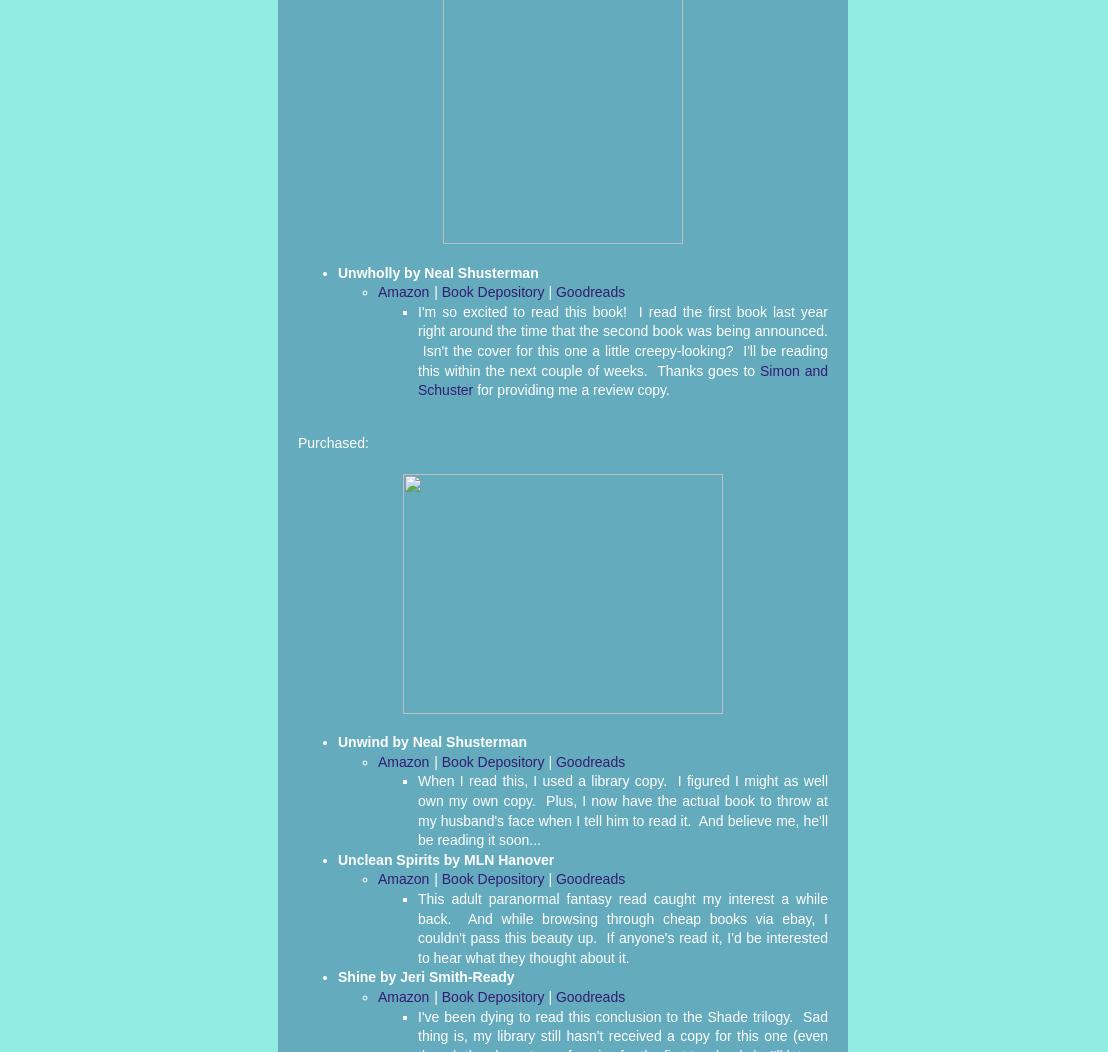 The height and width of the screenshot is (1052, 1108). Describe the element at coordinates (337, 741) in the screenshot. I see `'Unwind by Neal Shusterman'` at that location.